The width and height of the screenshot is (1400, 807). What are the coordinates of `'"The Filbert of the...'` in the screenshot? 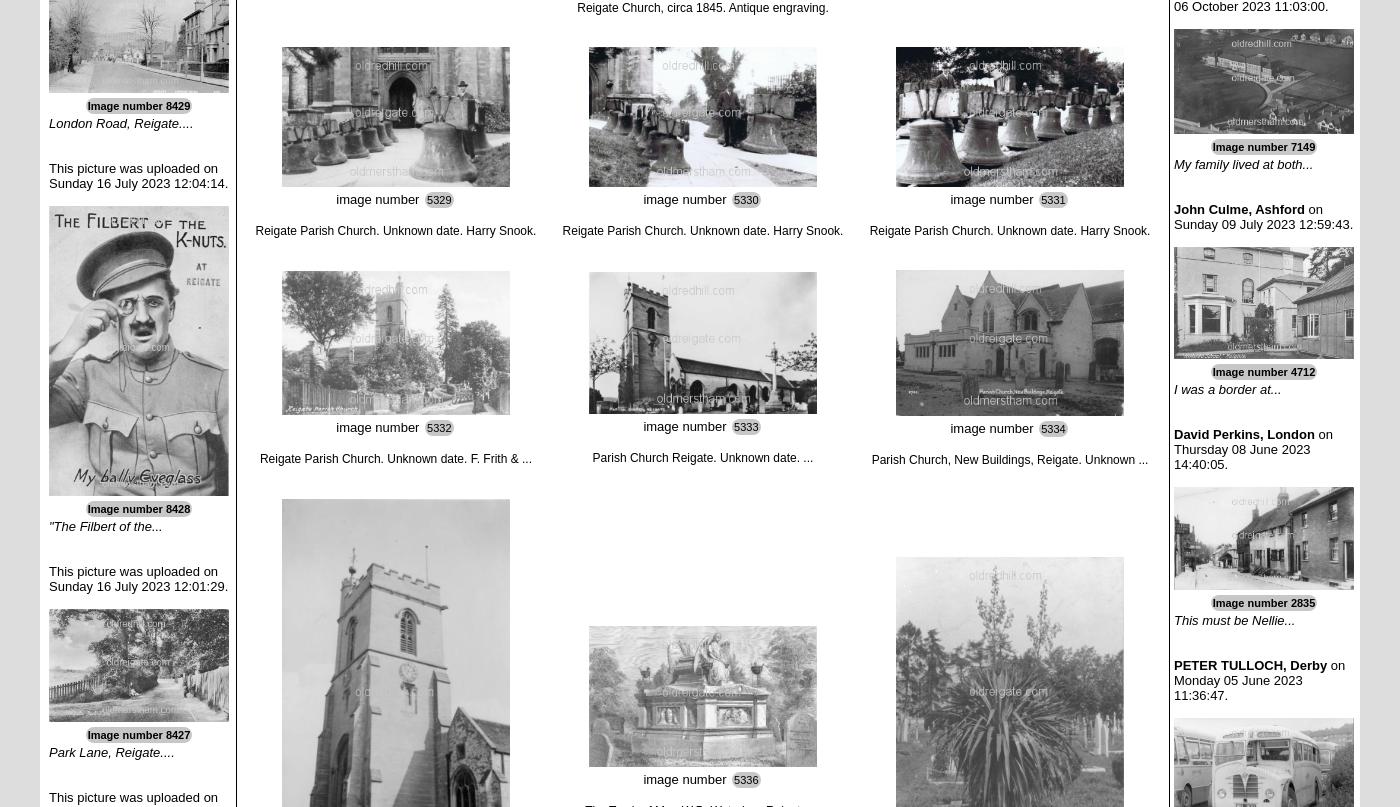 It's located at (105, 526).